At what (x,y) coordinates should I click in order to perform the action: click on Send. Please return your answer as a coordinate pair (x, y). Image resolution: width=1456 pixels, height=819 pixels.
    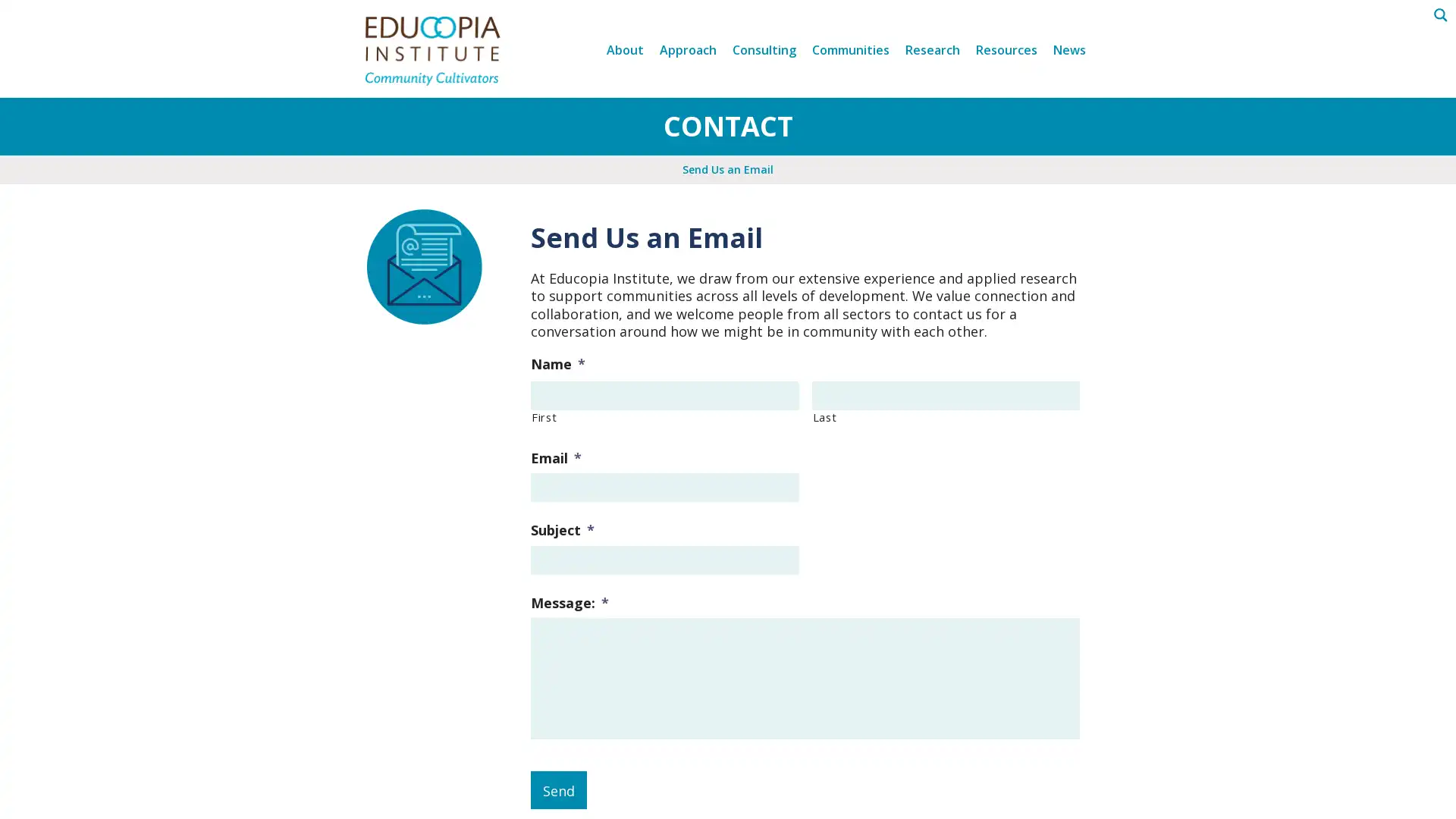
    Looking at the image, I should click on (558, 789).